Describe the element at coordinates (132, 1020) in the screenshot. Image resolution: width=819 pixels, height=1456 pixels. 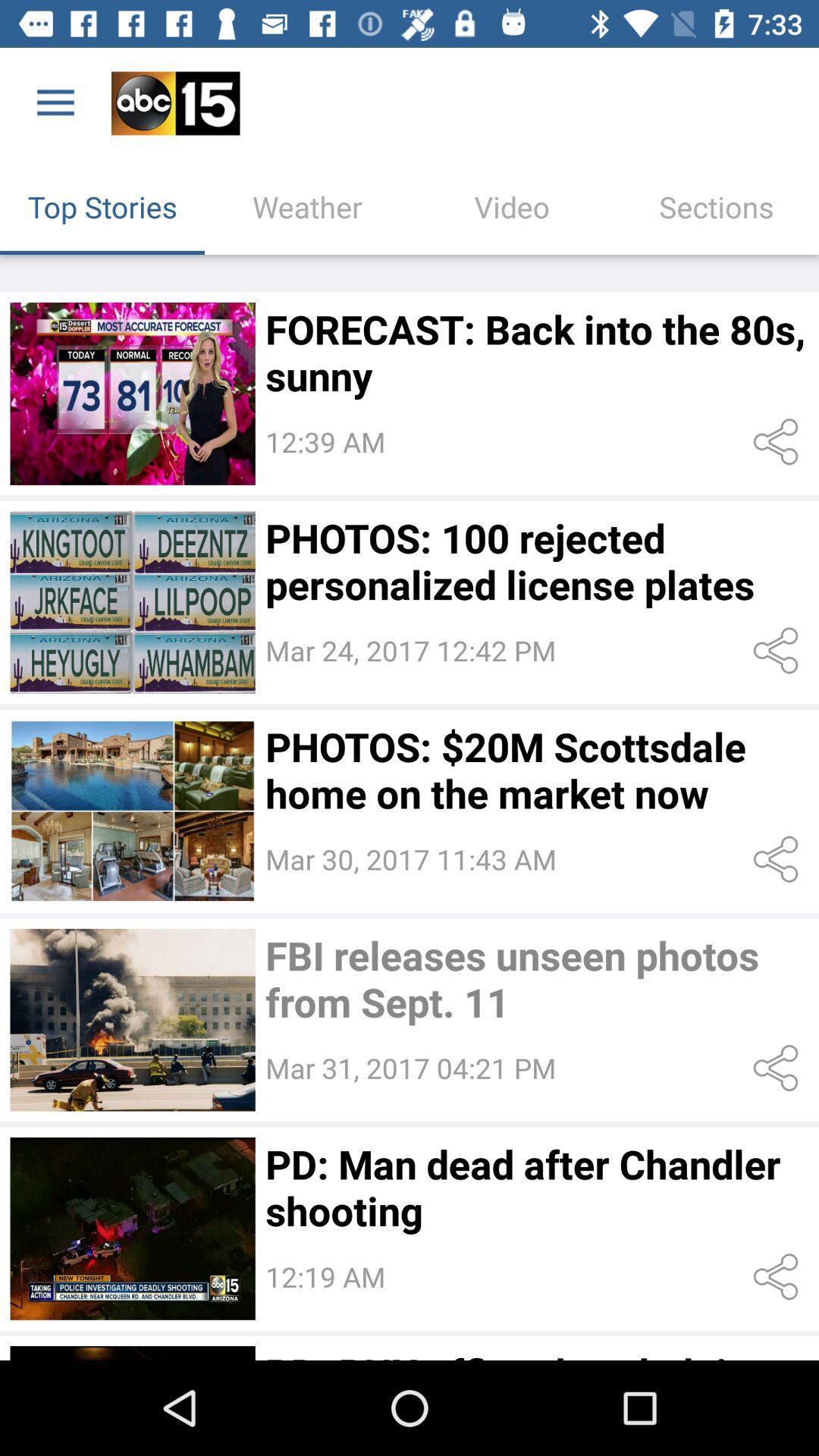
I see `story` at that location.